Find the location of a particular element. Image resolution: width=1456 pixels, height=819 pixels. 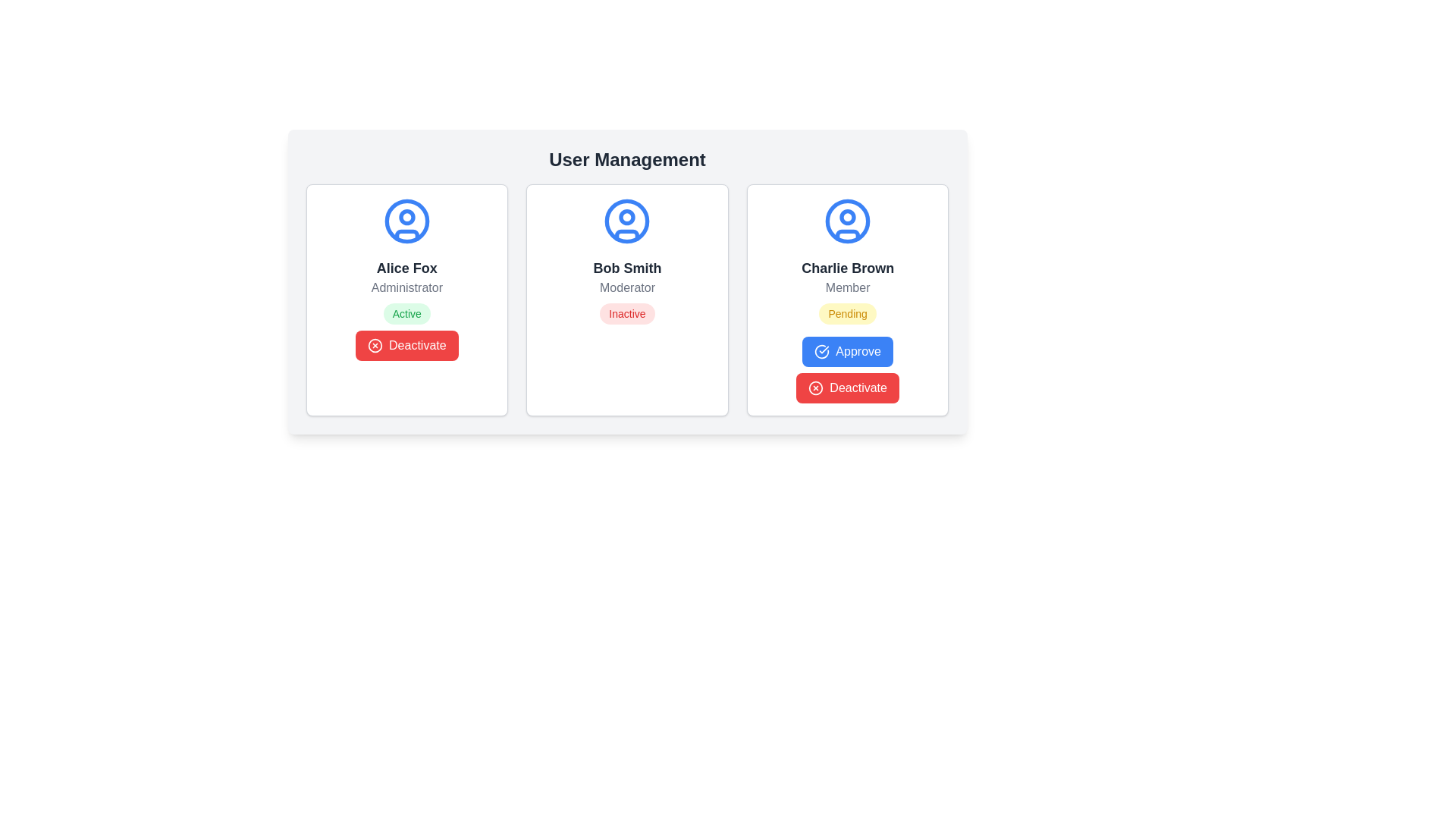

the SVG Circle element representing the user avatar icon located in the upper-left card of the 'User Management' section is located at coordinates (406, 217).